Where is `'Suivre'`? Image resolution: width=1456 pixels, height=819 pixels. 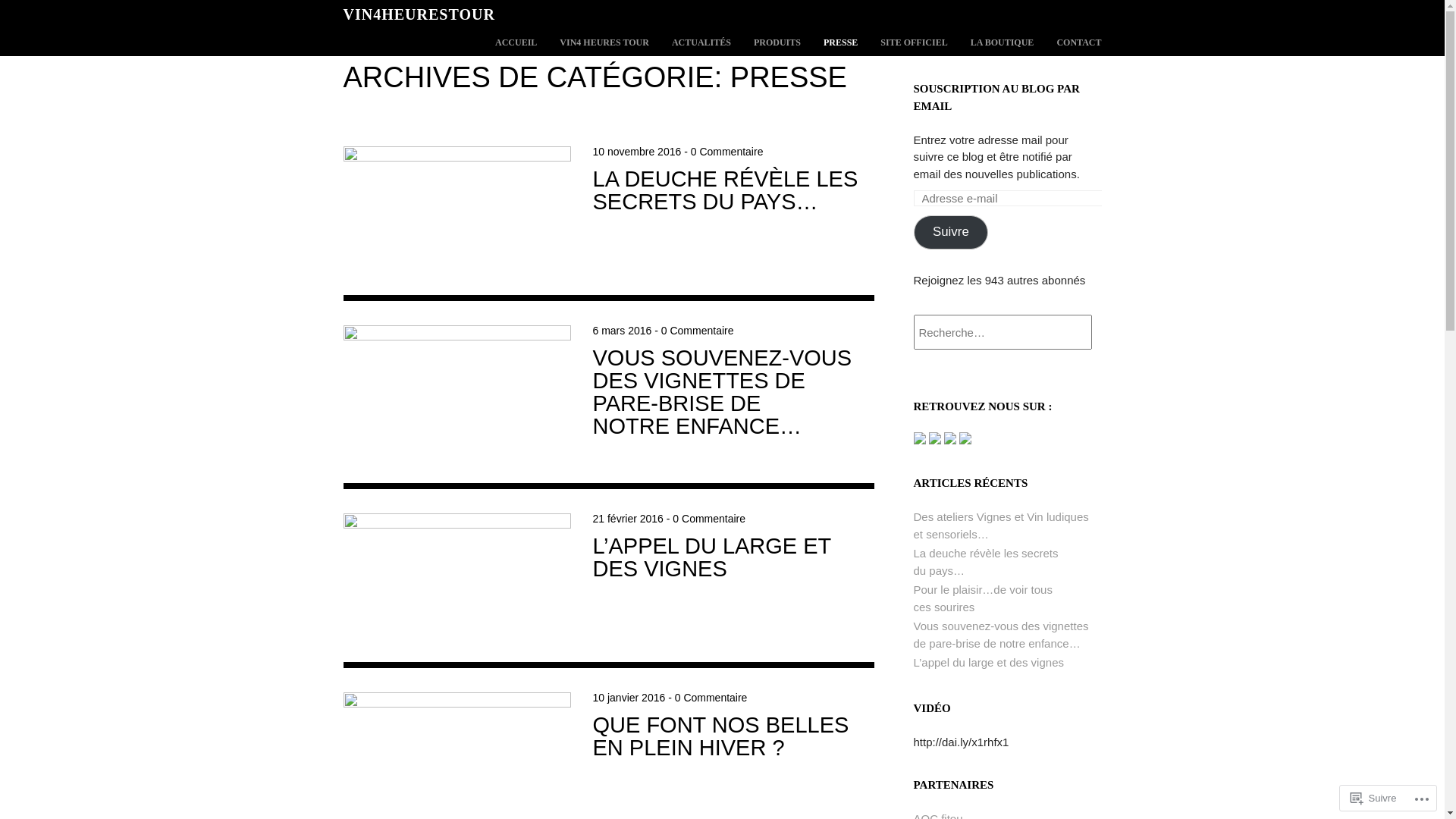 'Suivre' is located at coordinates (1373, 797).